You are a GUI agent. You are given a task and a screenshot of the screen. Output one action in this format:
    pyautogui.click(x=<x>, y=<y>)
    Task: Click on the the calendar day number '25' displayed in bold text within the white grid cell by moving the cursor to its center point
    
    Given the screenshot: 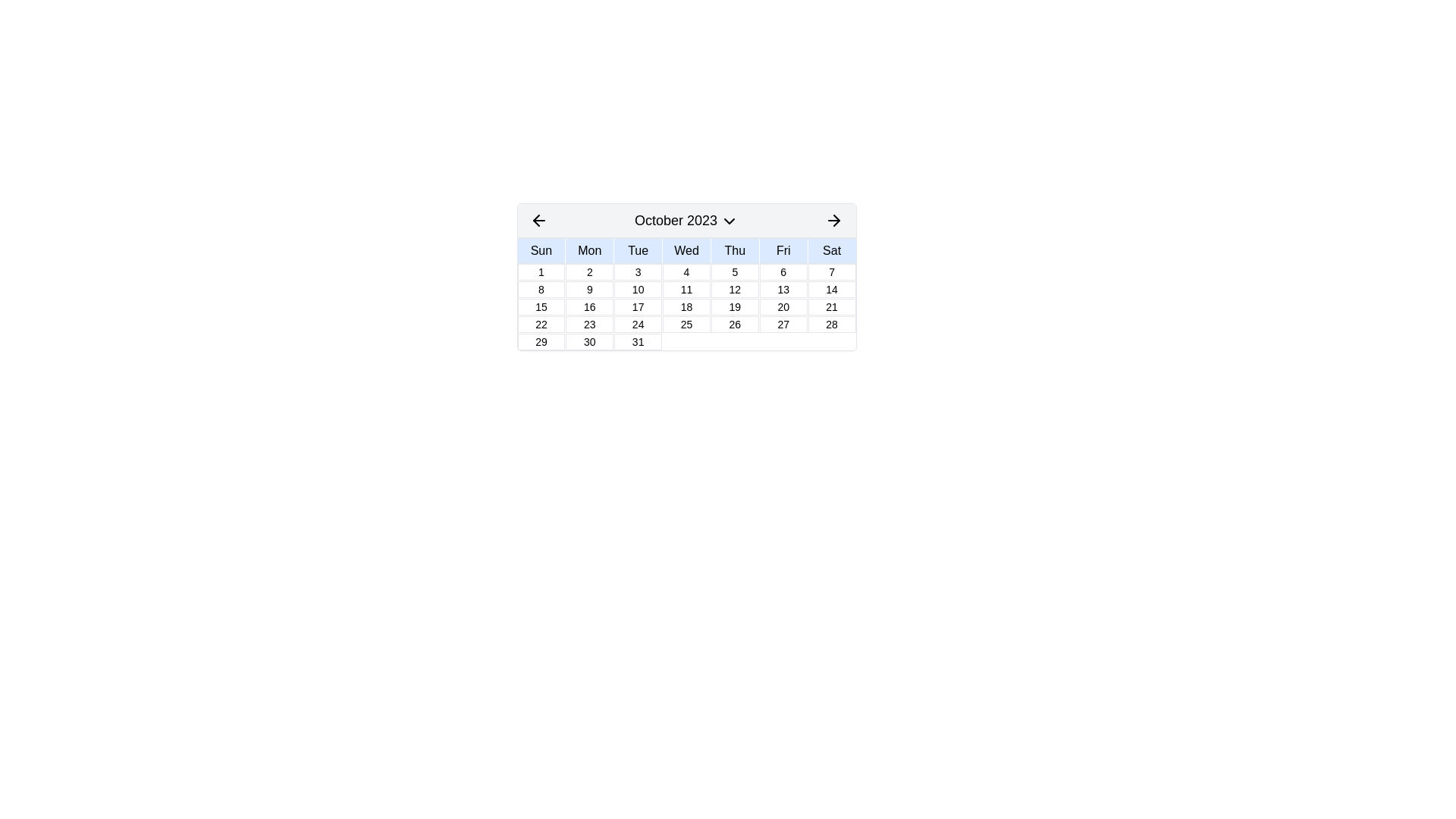 What is the action you would take?
    pyautogui.click(x=686, y=324)
    